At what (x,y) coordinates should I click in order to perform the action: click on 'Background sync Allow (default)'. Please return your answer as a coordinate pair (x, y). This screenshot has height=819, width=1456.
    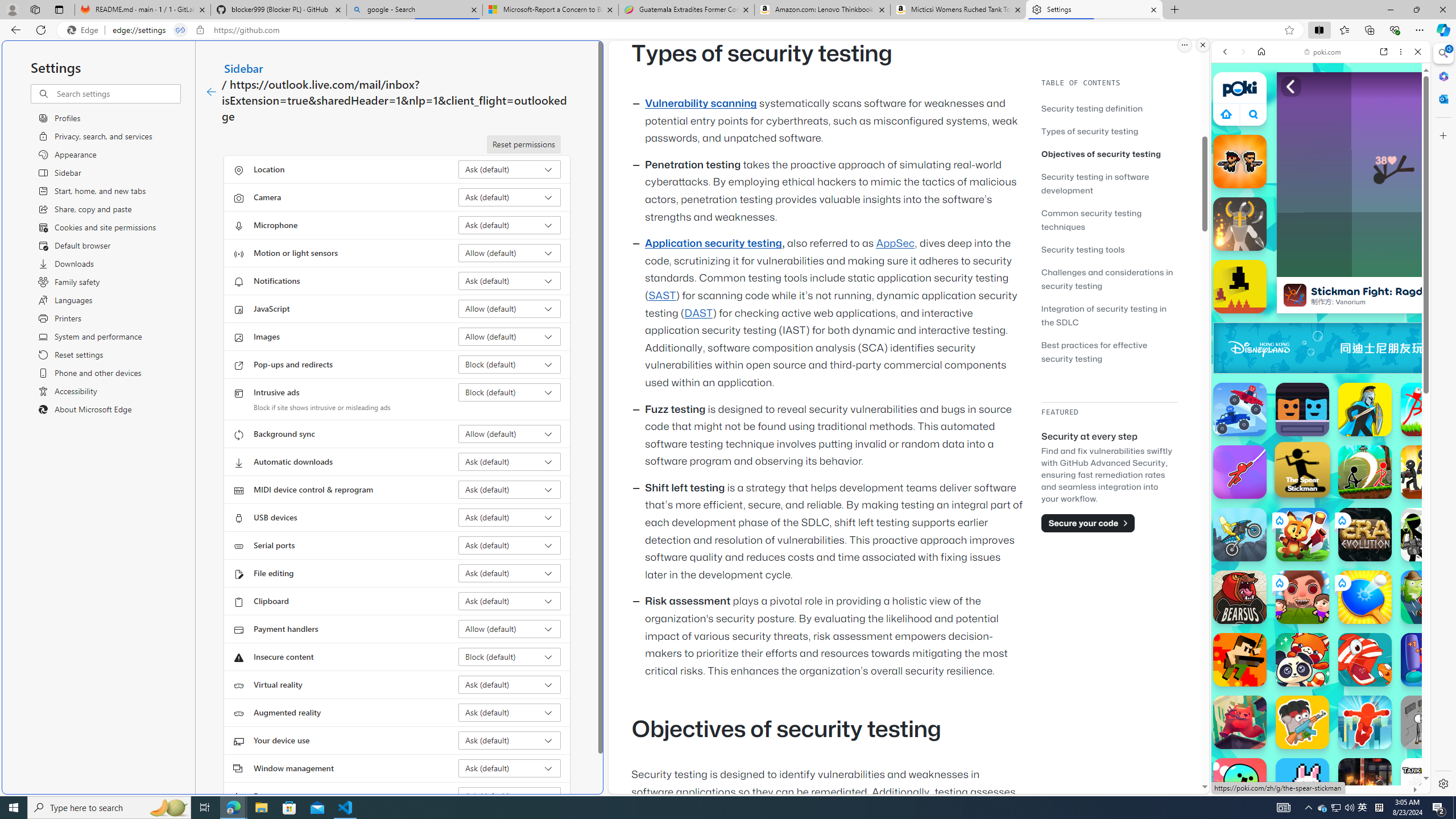
    Looking at the image, I should click on (510, 433).